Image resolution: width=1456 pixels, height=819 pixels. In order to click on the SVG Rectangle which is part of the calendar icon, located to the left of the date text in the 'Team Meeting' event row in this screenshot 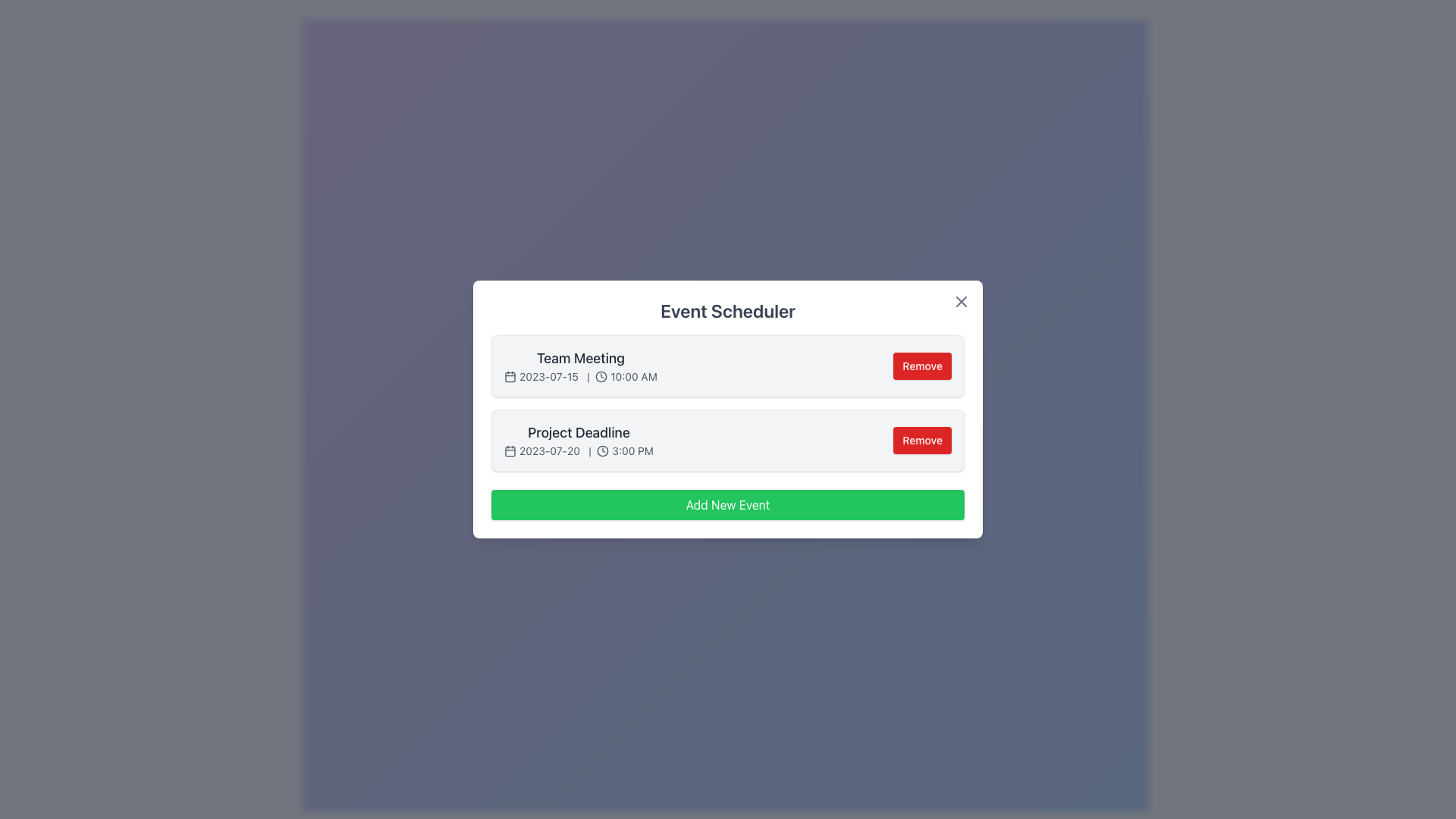, I will do `click(510, 376)`.